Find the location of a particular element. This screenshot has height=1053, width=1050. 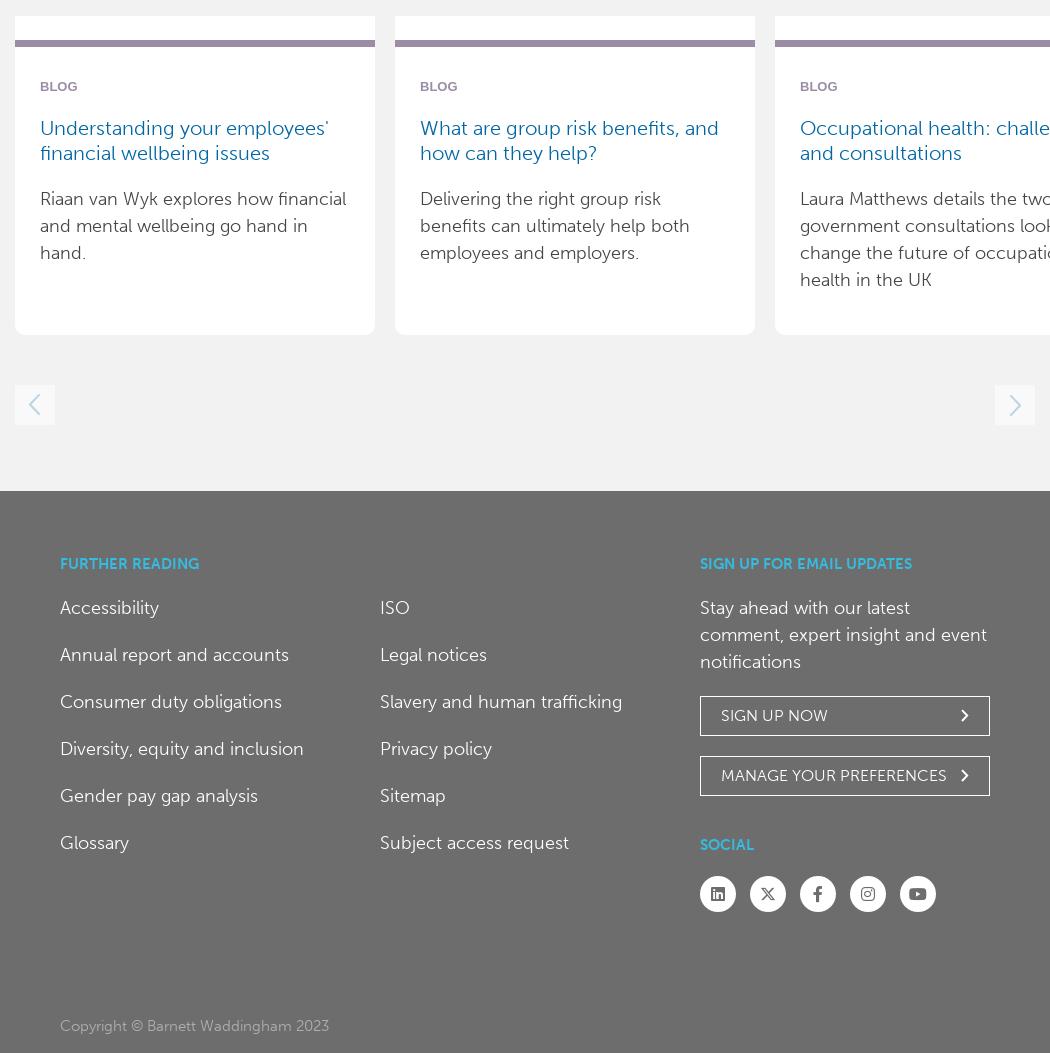

'Delivering the right group risk benefits can ultimately help both employees and employers.' is located at coordinates (555, 225).